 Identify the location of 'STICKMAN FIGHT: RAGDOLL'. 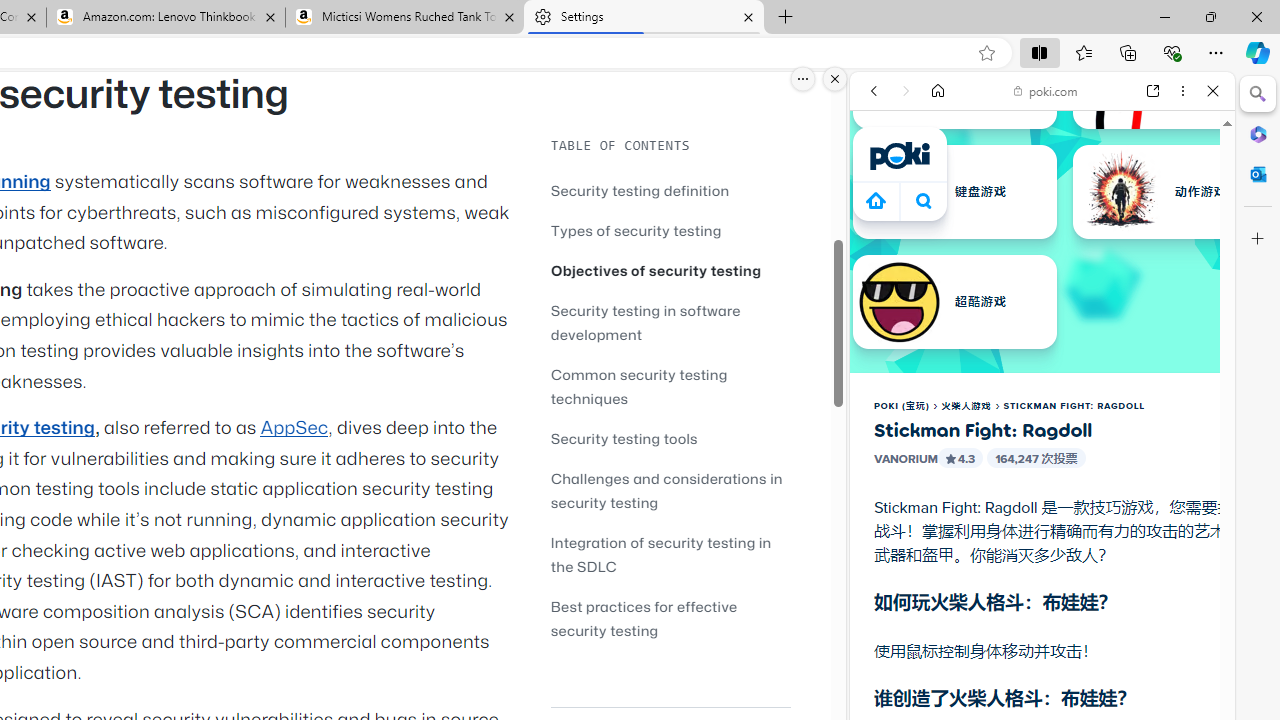
(1073, 405).